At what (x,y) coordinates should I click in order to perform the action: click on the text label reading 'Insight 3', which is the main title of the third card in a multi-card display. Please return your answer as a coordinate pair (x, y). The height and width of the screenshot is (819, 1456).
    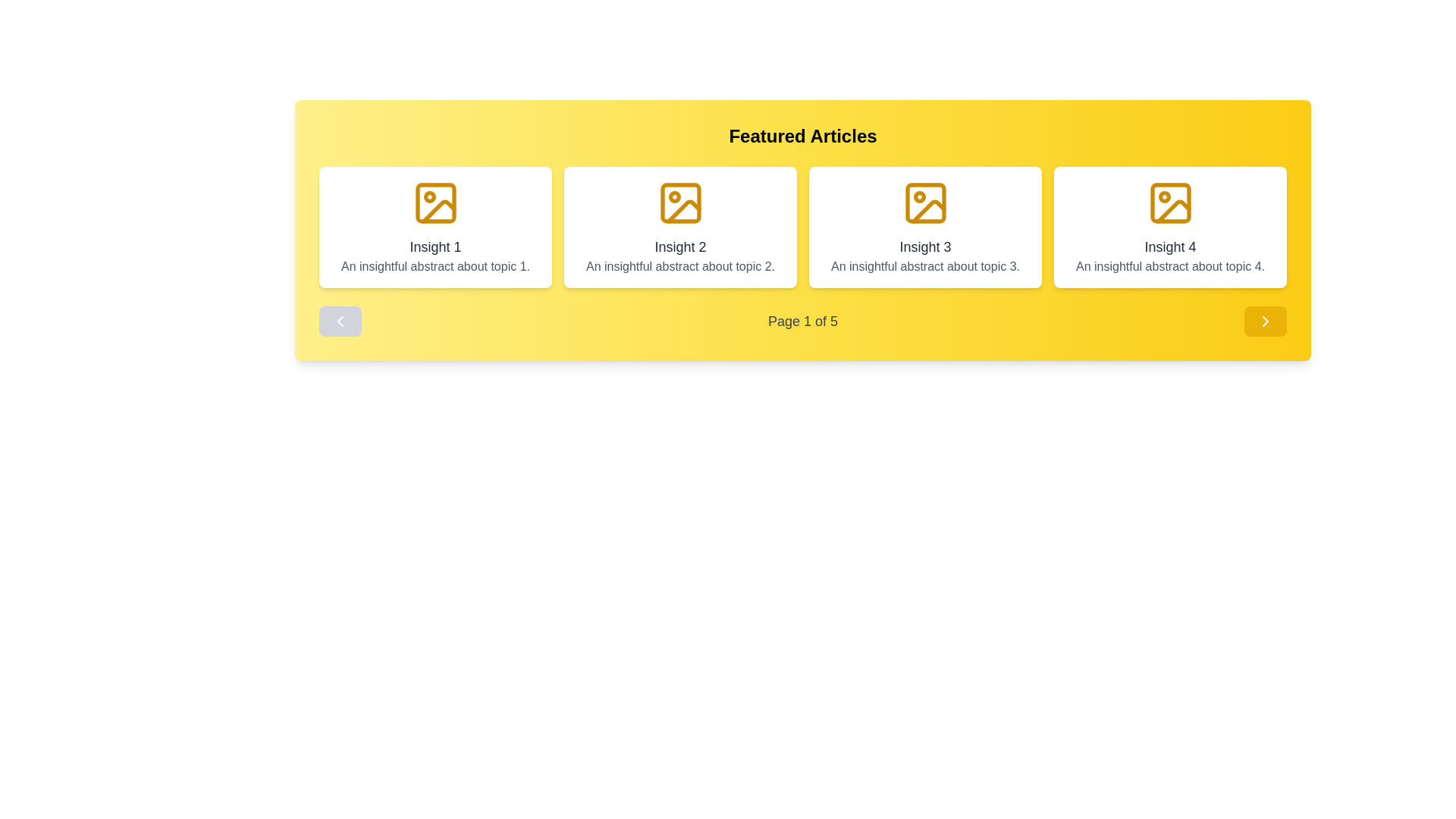
    Looking at the image, I should click on (924, 246).